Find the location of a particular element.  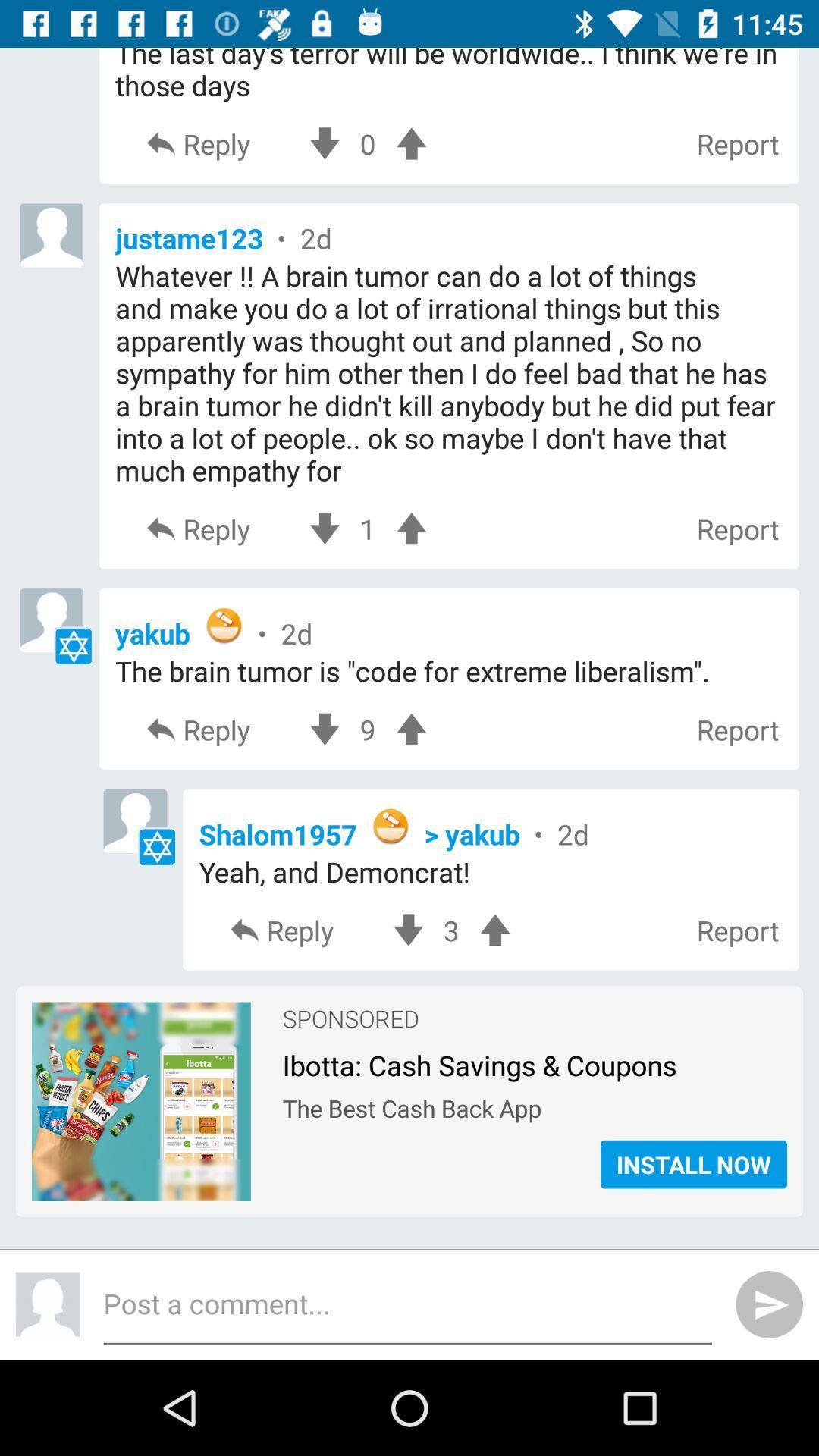

the icon above whatever a brain is located at coordinates (448, 237).